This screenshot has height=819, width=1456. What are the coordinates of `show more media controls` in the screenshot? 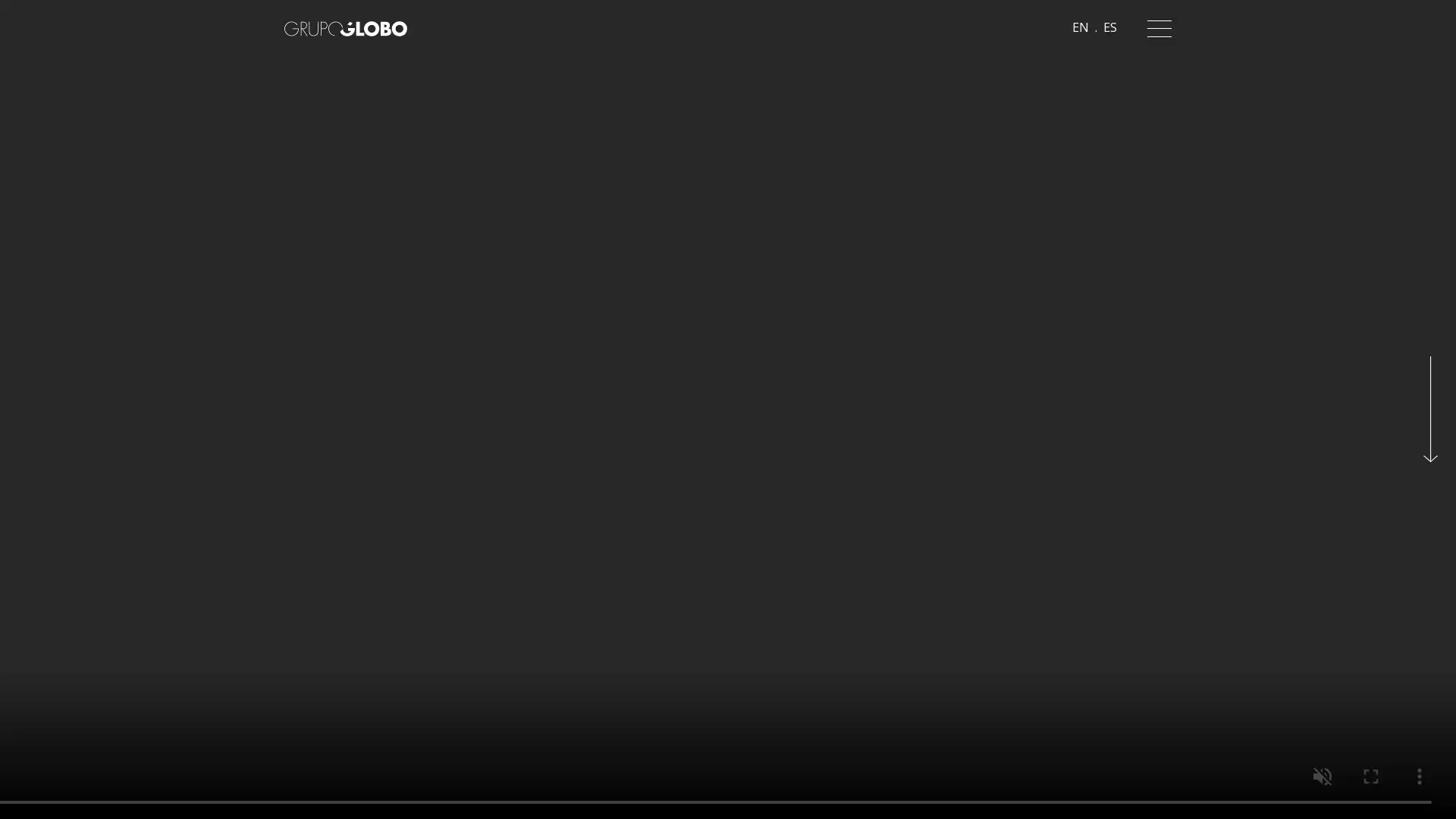 It's located at (1419, 776).